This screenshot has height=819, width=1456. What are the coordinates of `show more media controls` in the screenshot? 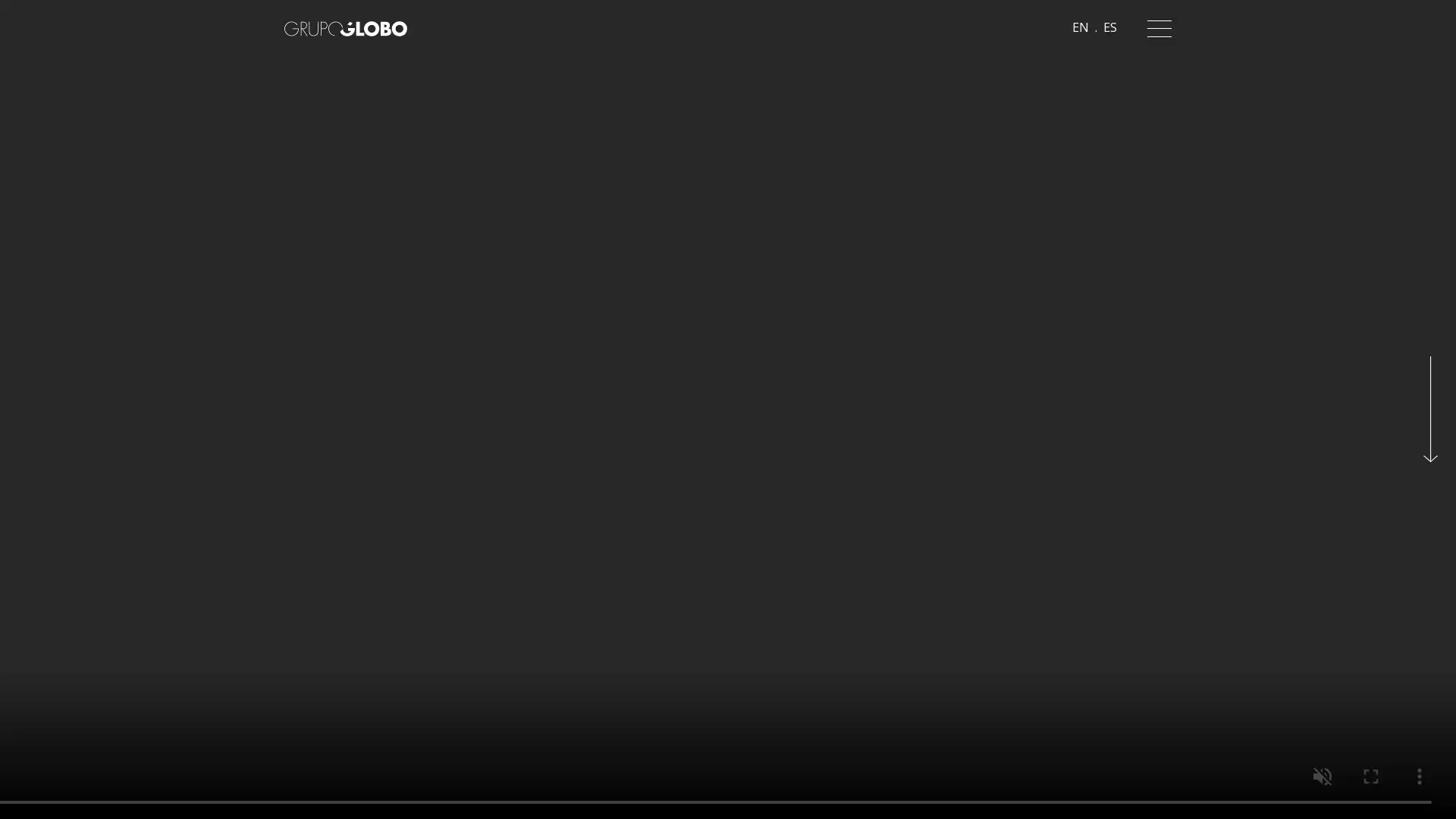 It's located at (1419, 776).